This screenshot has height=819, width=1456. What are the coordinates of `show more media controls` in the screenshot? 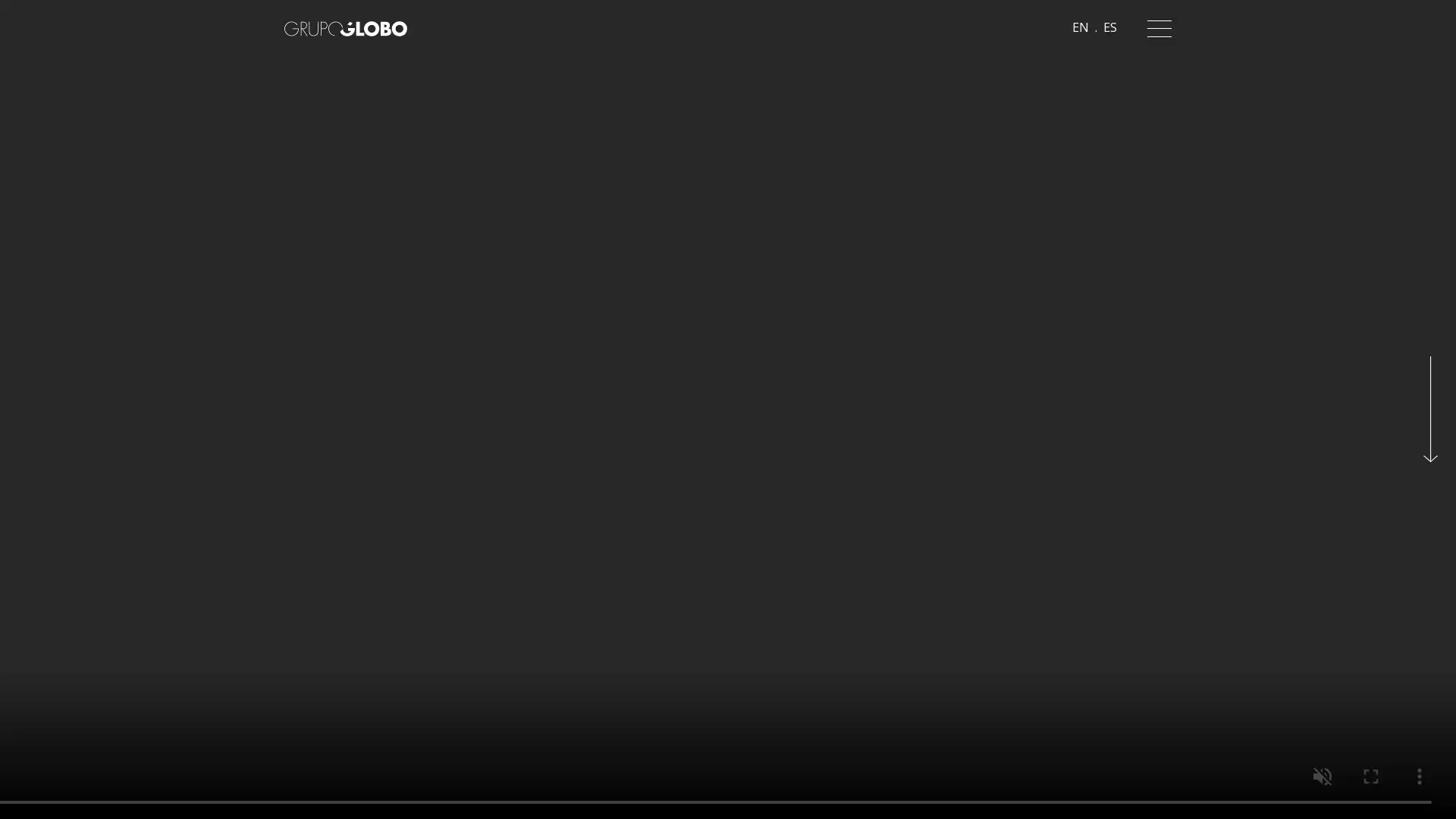 It's located at (1419, 776).